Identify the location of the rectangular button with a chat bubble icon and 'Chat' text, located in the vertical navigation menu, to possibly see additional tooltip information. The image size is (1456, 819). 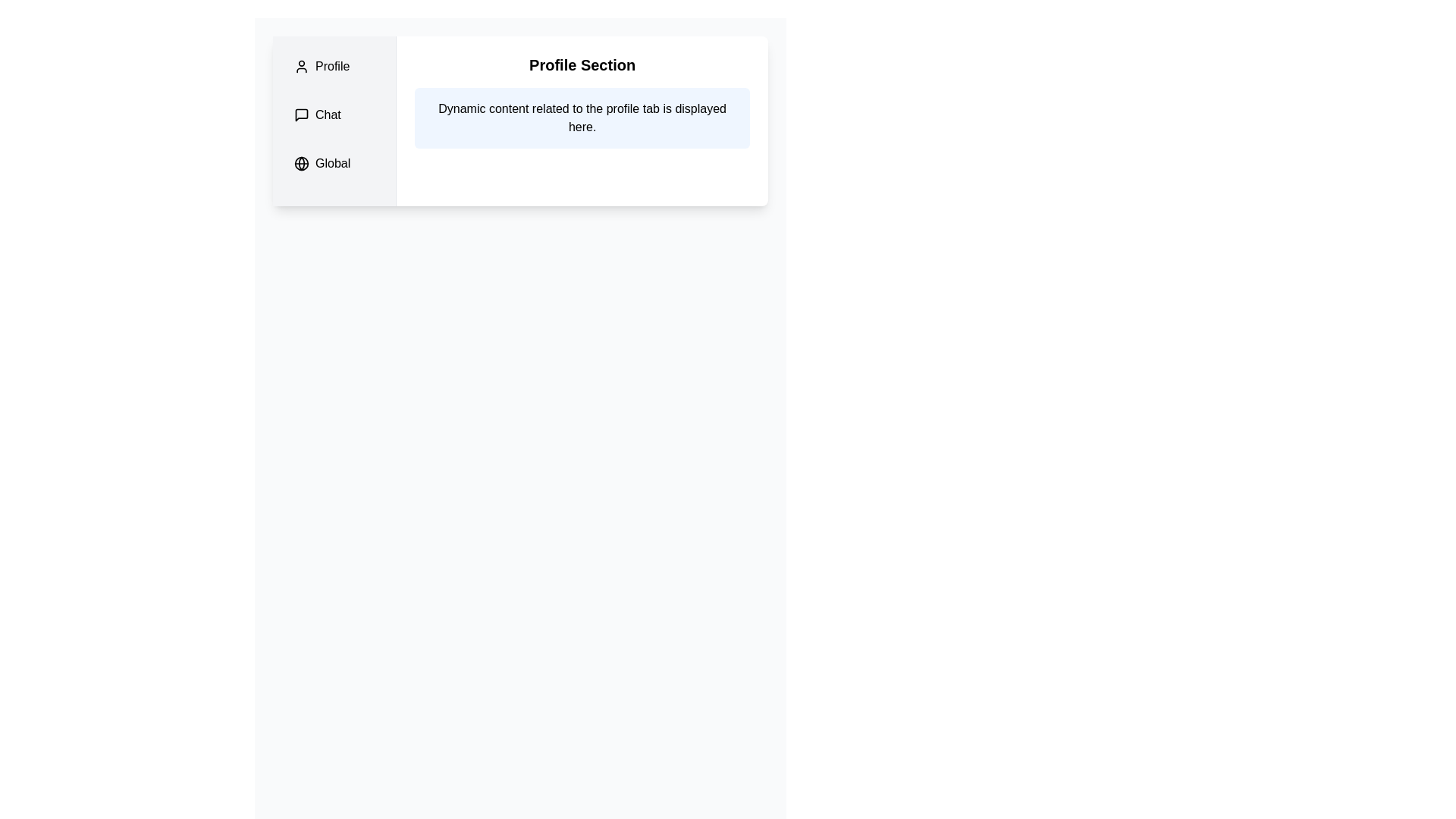
(334, 114).